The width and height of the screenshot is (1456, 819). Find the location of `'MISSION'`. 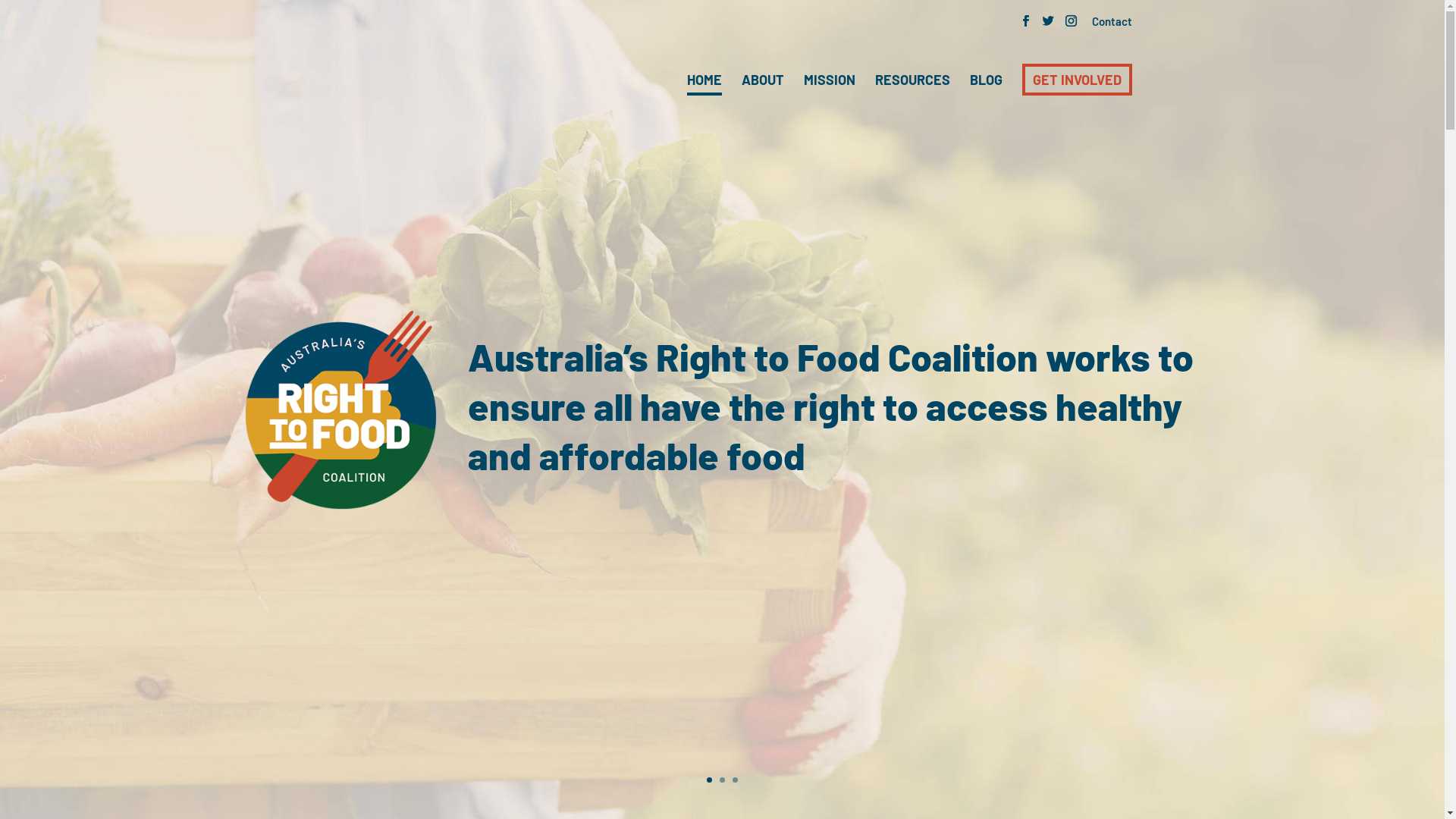

'MISSION' is located at coordinates (829, 80).